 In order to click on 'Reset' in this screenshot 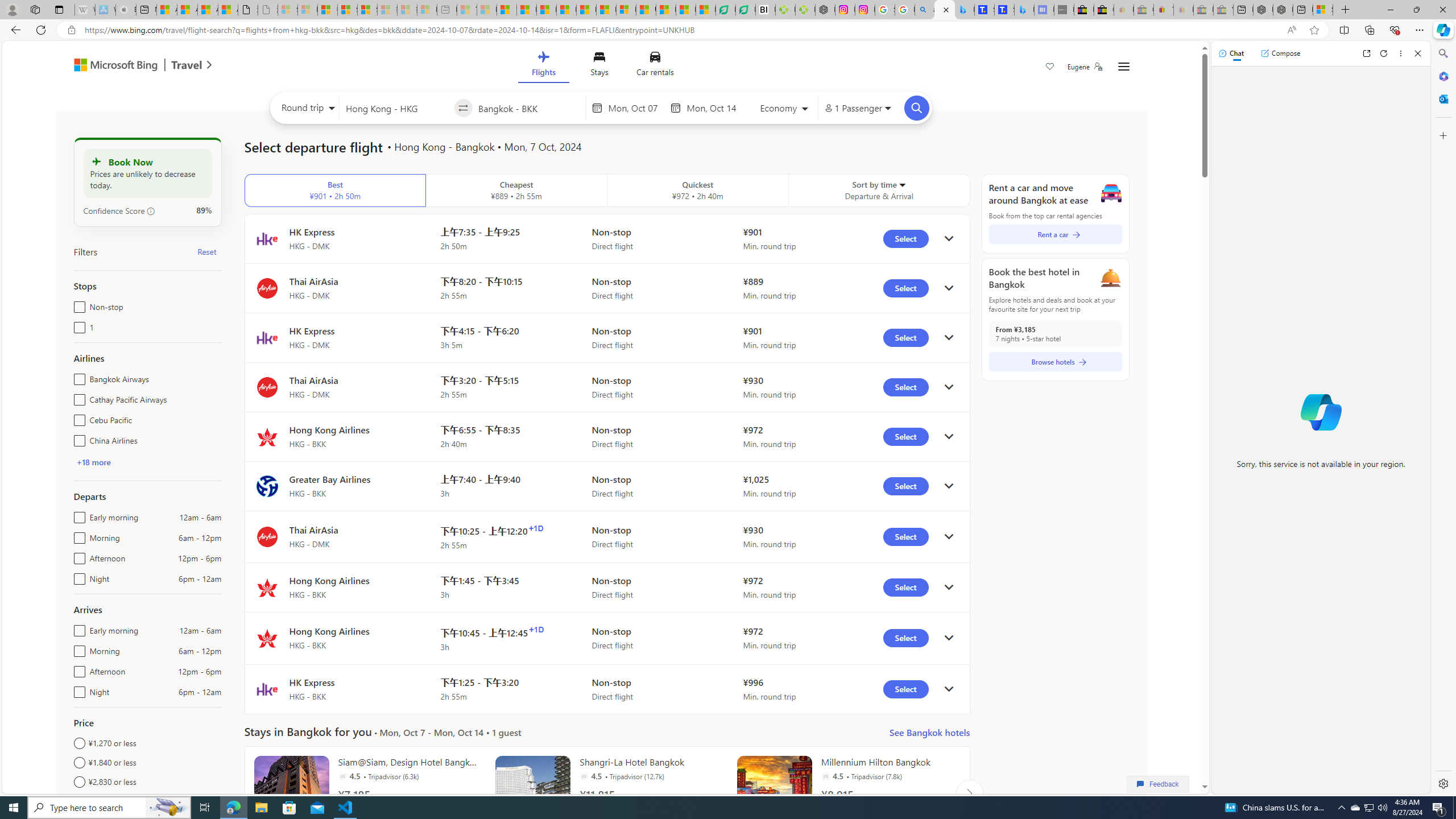, I will do `click(206, 251)`.